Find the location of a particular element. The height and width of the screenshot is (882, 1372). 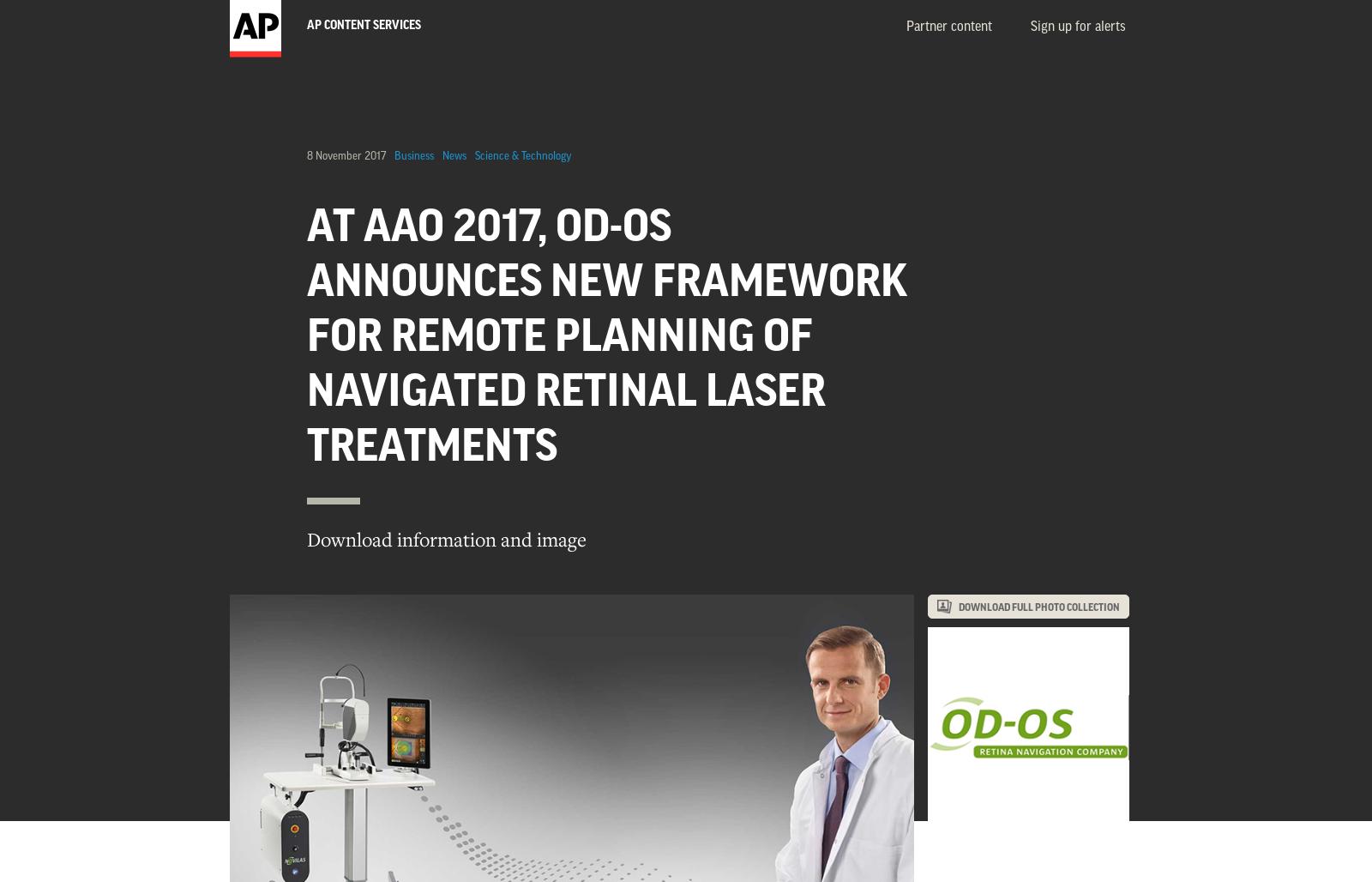

'Sign
                            up for alerts' is located at coordinates (1076, 27).